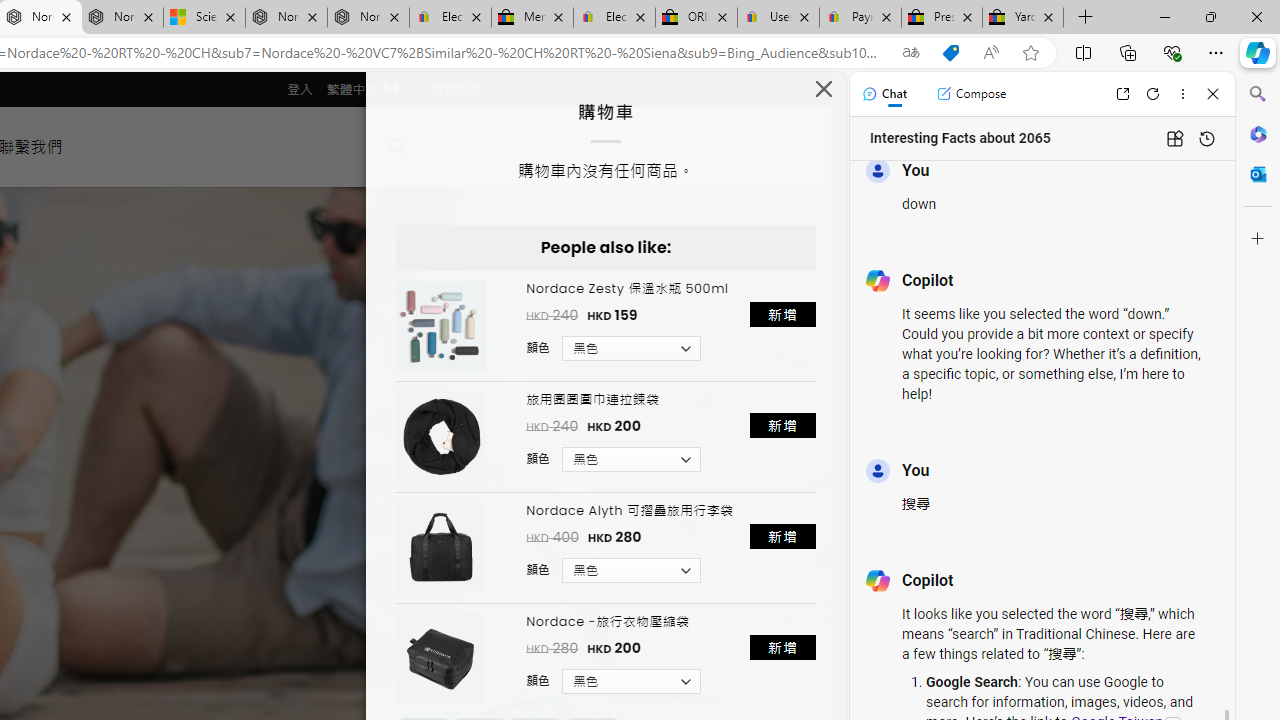 Image resolution: width=1280 pixels, height=720 pixels. I want to click on 'Class: feather feather-x', so click(824, 87).